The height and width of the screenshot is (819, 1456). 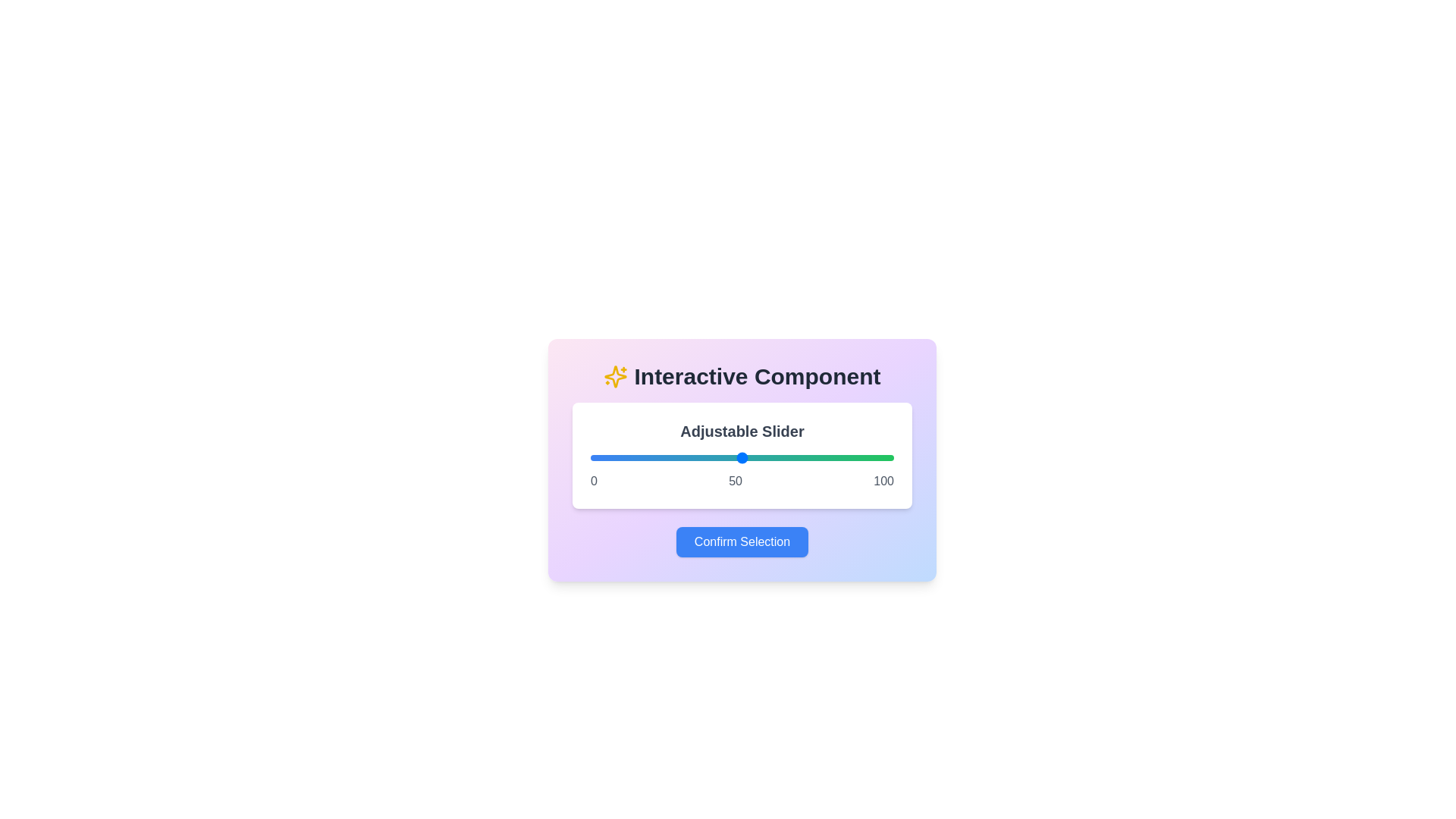 I want to click on the slider to set its value to 55, so click(x=757, y=457).